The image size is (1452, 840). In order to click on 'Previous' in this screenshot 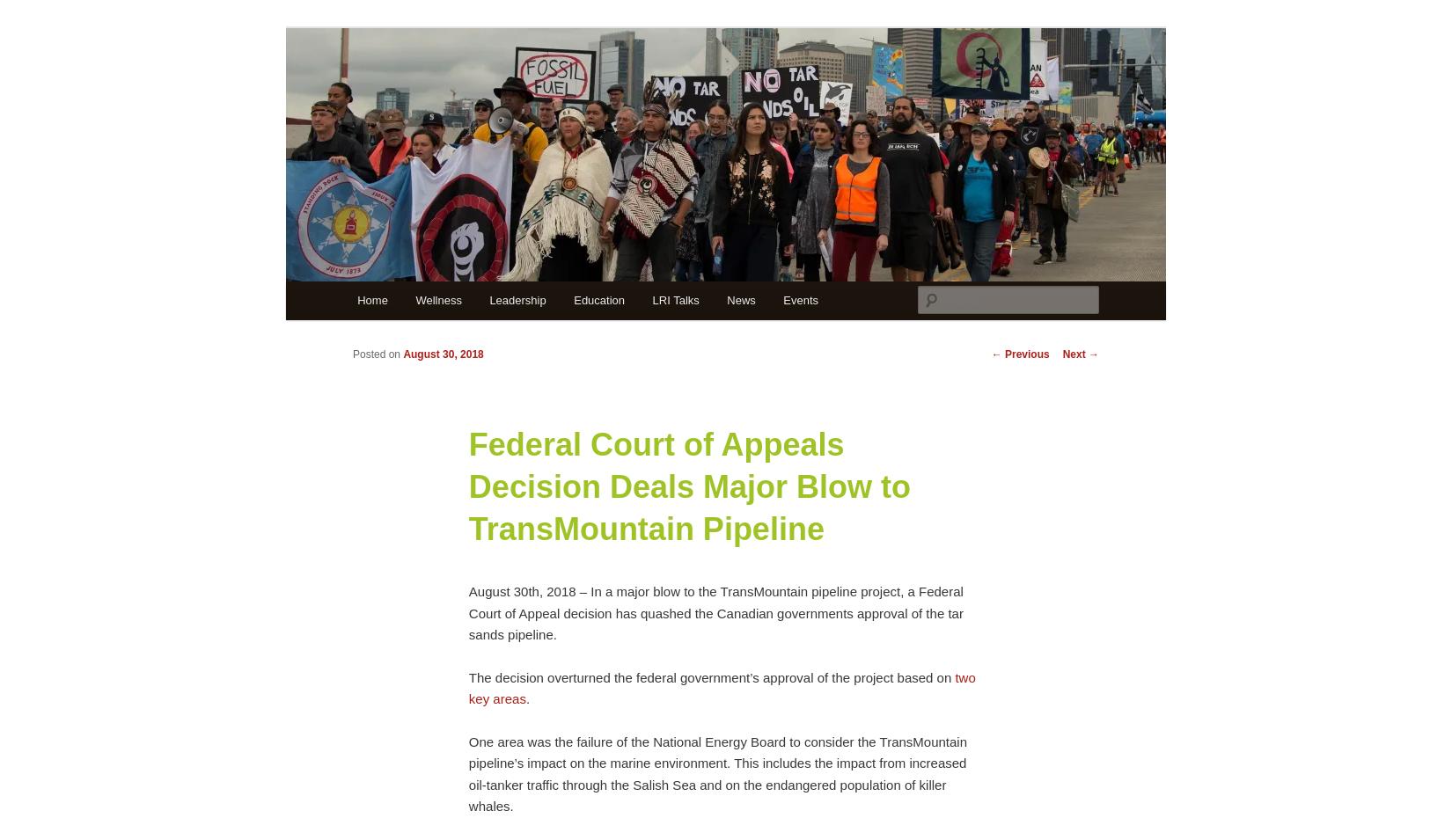, I will do `click(1025, 352)`.